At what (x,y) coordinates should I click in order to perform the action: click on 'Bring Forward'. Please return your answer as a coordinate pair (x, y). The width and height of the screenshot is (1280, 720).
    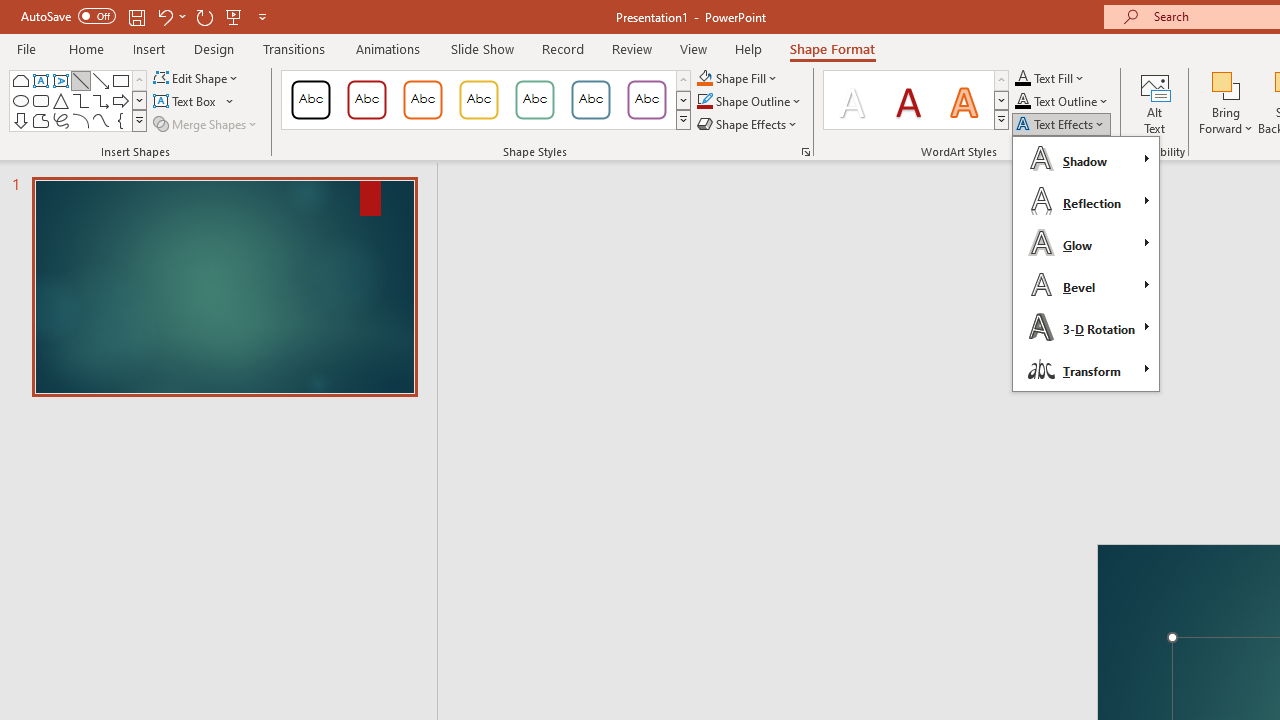
    Looking at the image, I should click on (1225, 84).